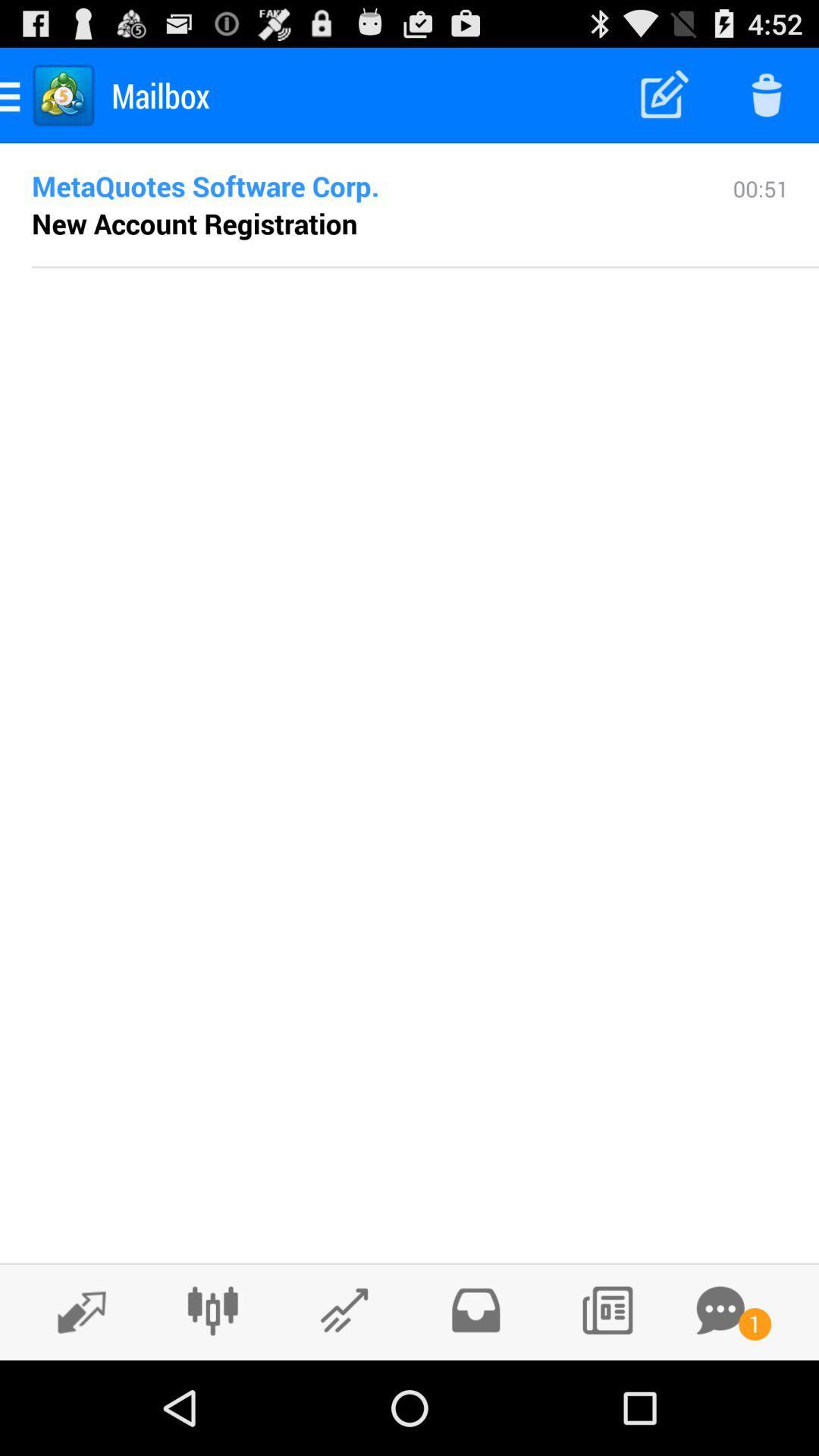 This screenshot has width=819, height=1456. What do you see at coordinates (720, 1310) in the screenshot?
I see `open messages` at bounding box center [720, 1310].